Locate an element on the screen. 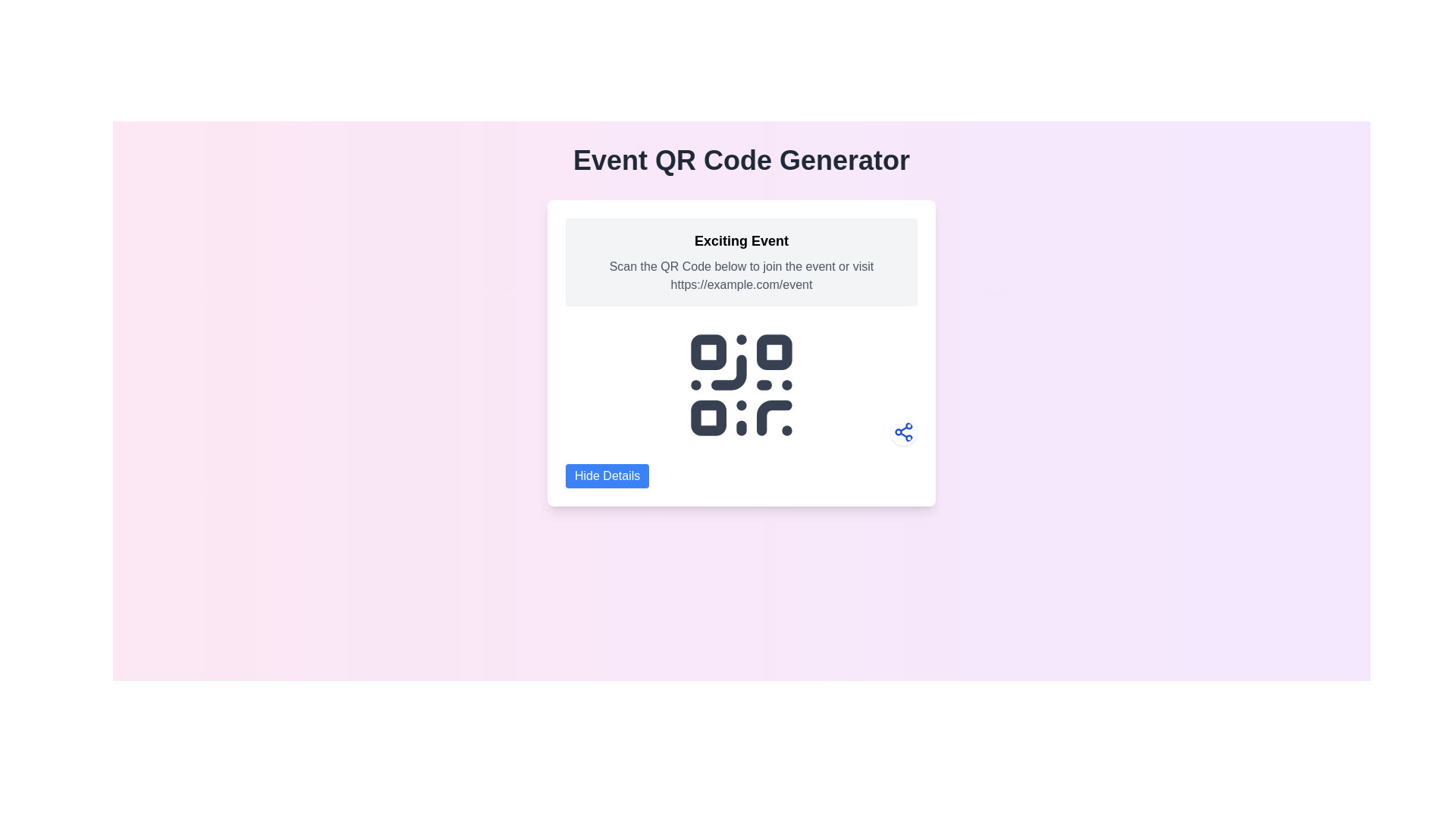  the title text element located at the top of the layout, which serves to provide users a clear understanding of the page's purpose is located at coordinates (742, 161).